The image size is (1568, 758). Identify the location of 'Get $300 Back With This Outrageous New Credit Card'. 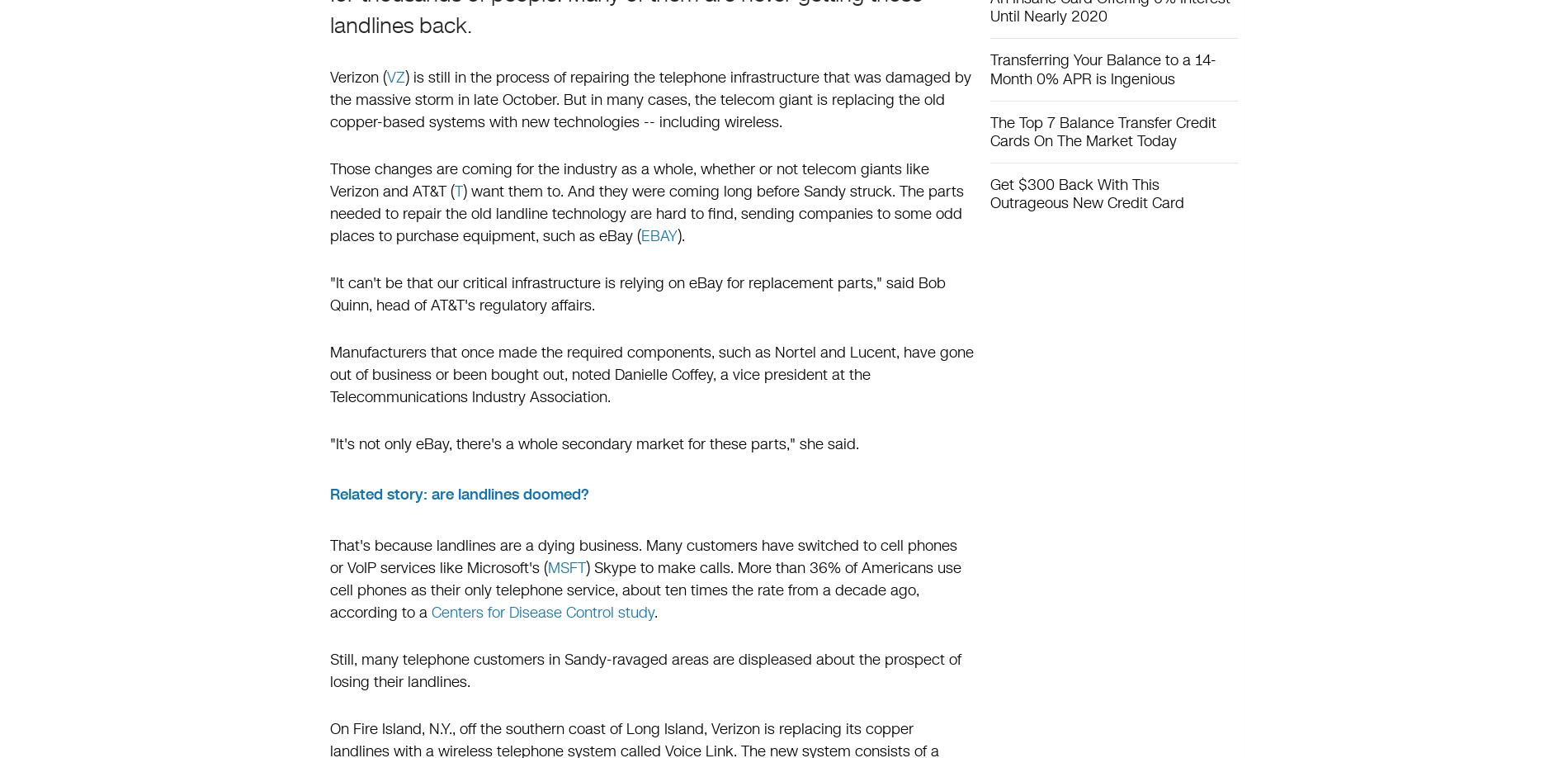
(989, 192).